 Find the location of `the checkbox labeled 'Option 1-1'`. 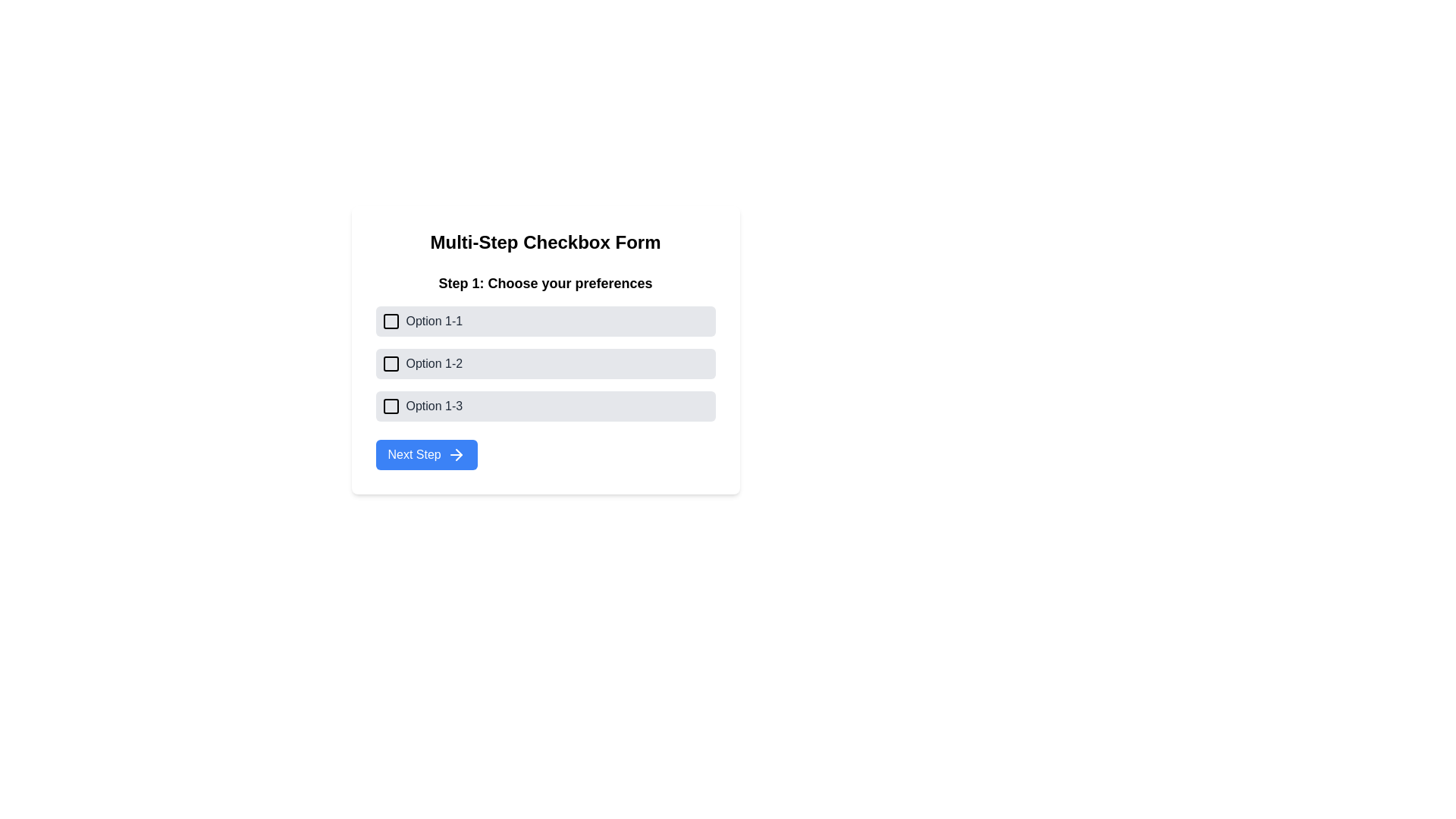

the checkbox labeled 'Option 1-1' is located at coordinates (545, 321).